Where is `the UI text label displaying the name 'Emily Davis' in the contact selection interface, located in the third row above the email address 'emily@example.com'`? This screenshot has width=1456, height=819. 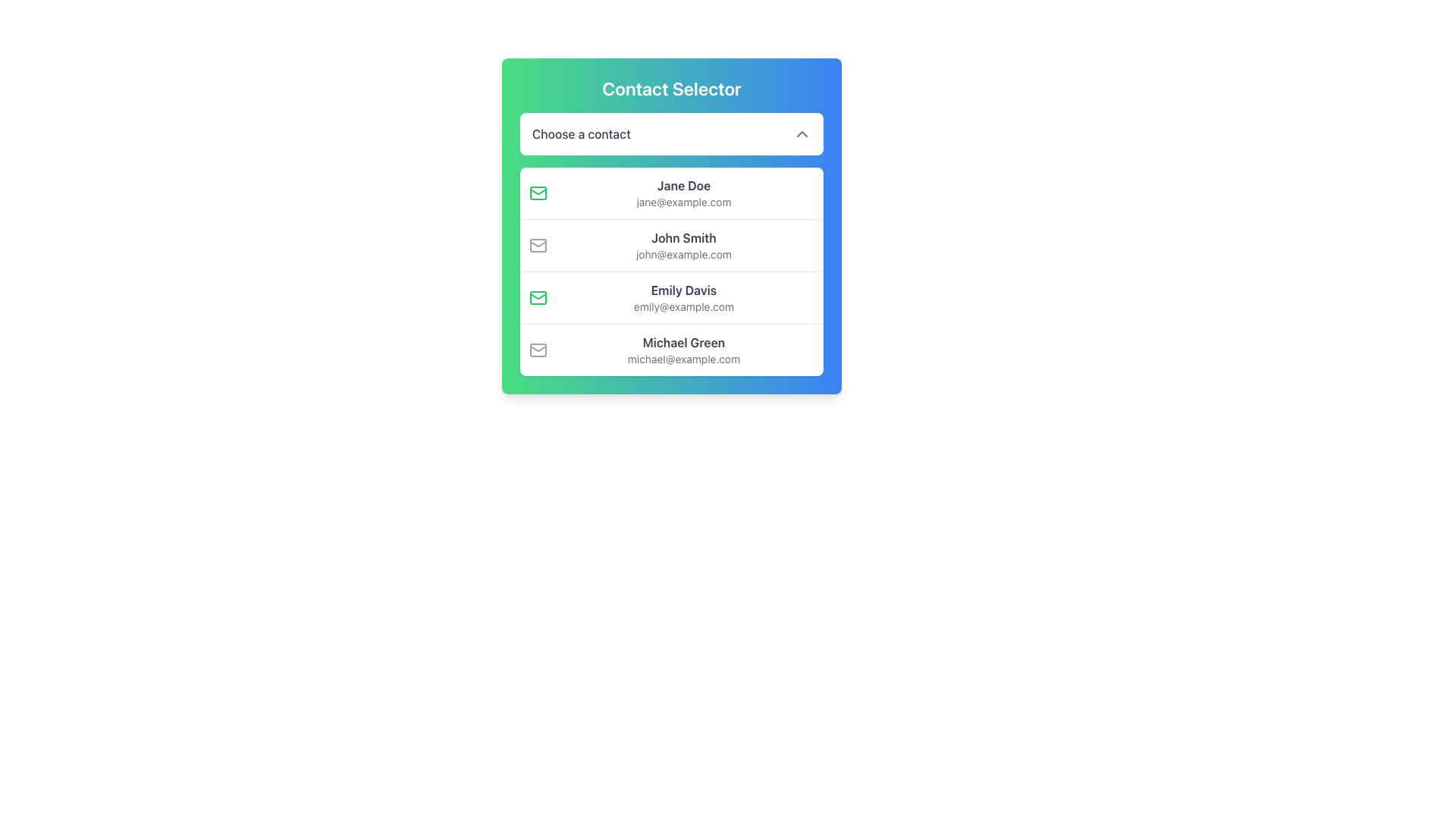 the UI text label displaying the name 'Emily Davis' in the contact selection interface, located in the third row above the email address 'emily@example.com' is located at coordinates (683, 290).